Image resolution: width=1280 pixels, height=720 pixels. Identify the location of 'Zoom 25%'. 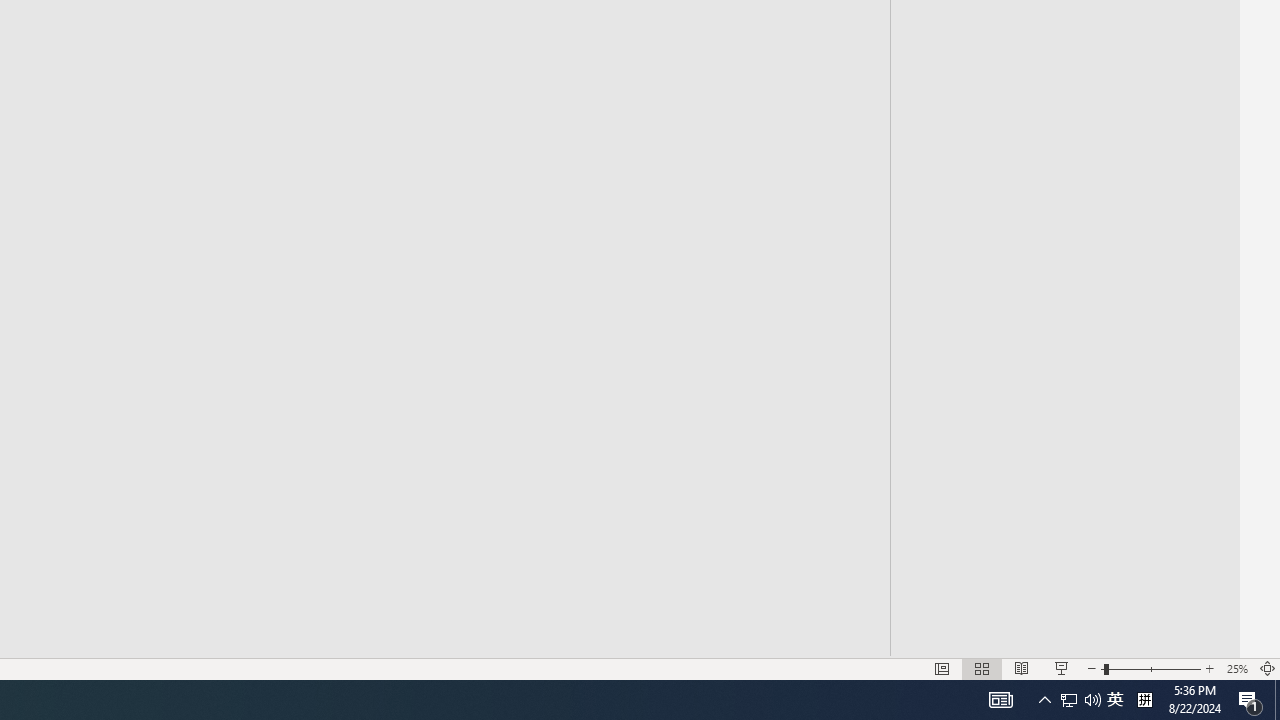
(1236, 669).